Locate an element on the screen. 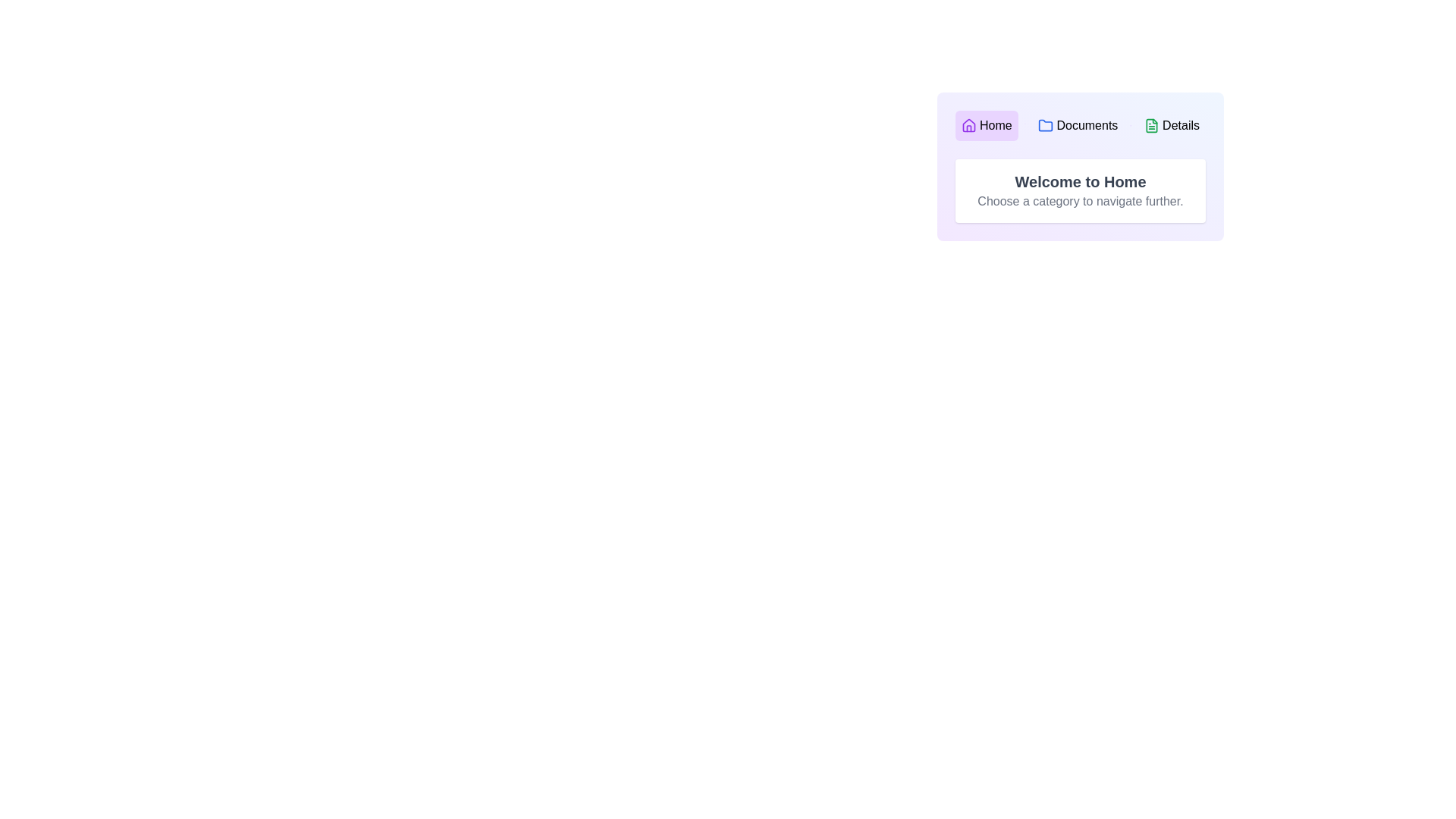 This screenshot has width=1456, height=819. the folder icon, which is styled as a navigation element and positioned as the second icon from the left in the header area is located at coordinates (1045, 124).